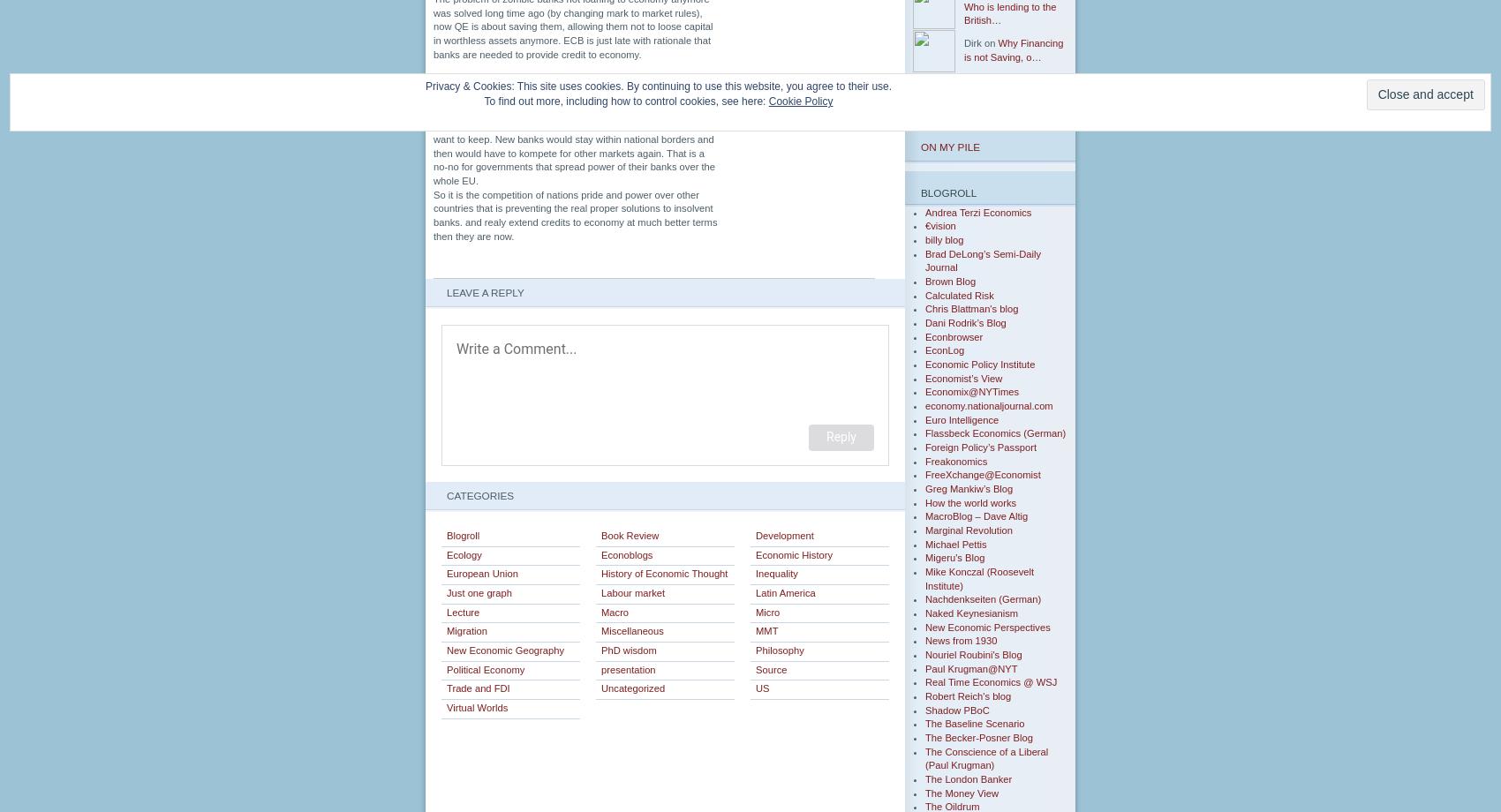 The image size is (1501, 812). Describe the element at coordinates (463, 612) in the screenshot. I see `'Lecture'` at that location.